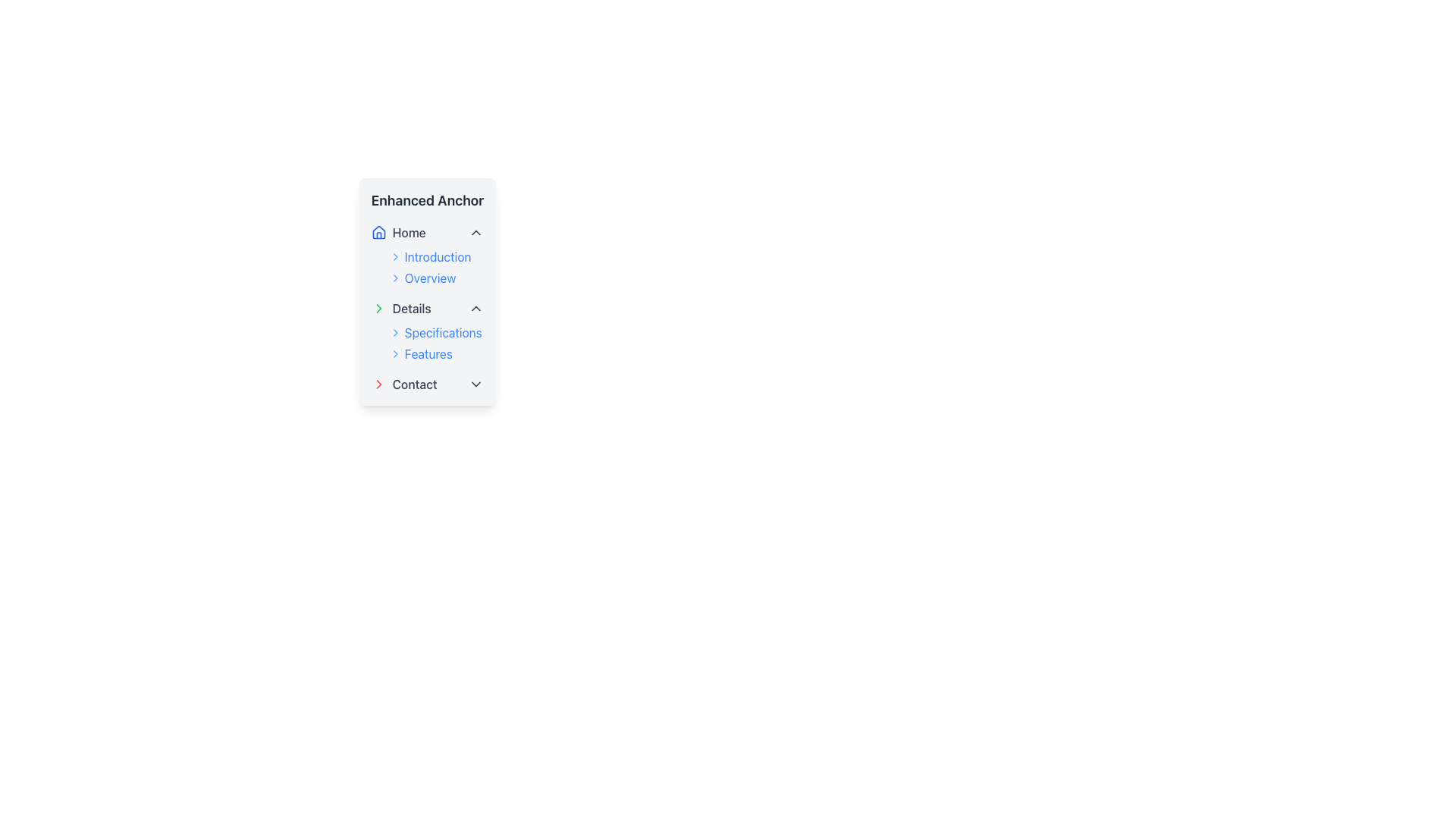 This screenshot has width=1456, height=819. What do you see at coordinates (475, 233) in the screenshot?
I see `the chevron-up button next to the 'Home' navigation label` at bounding box center [475, 233].